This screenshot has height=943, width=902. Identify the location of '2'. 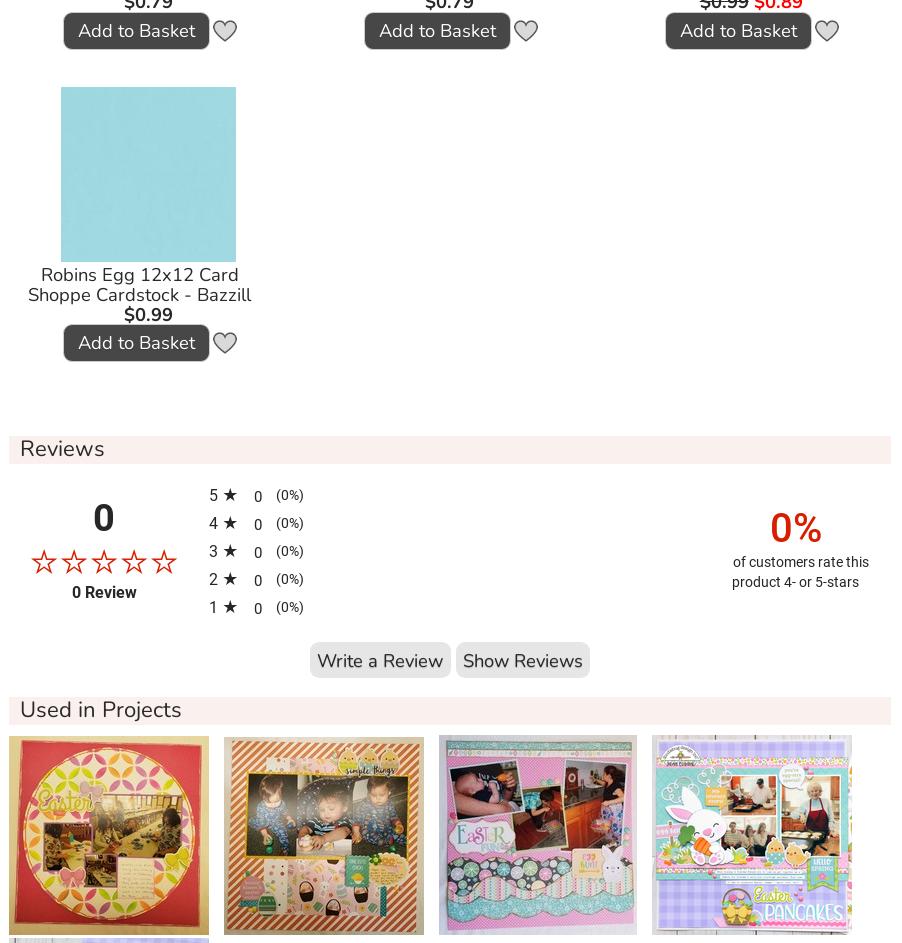
(214, 578).